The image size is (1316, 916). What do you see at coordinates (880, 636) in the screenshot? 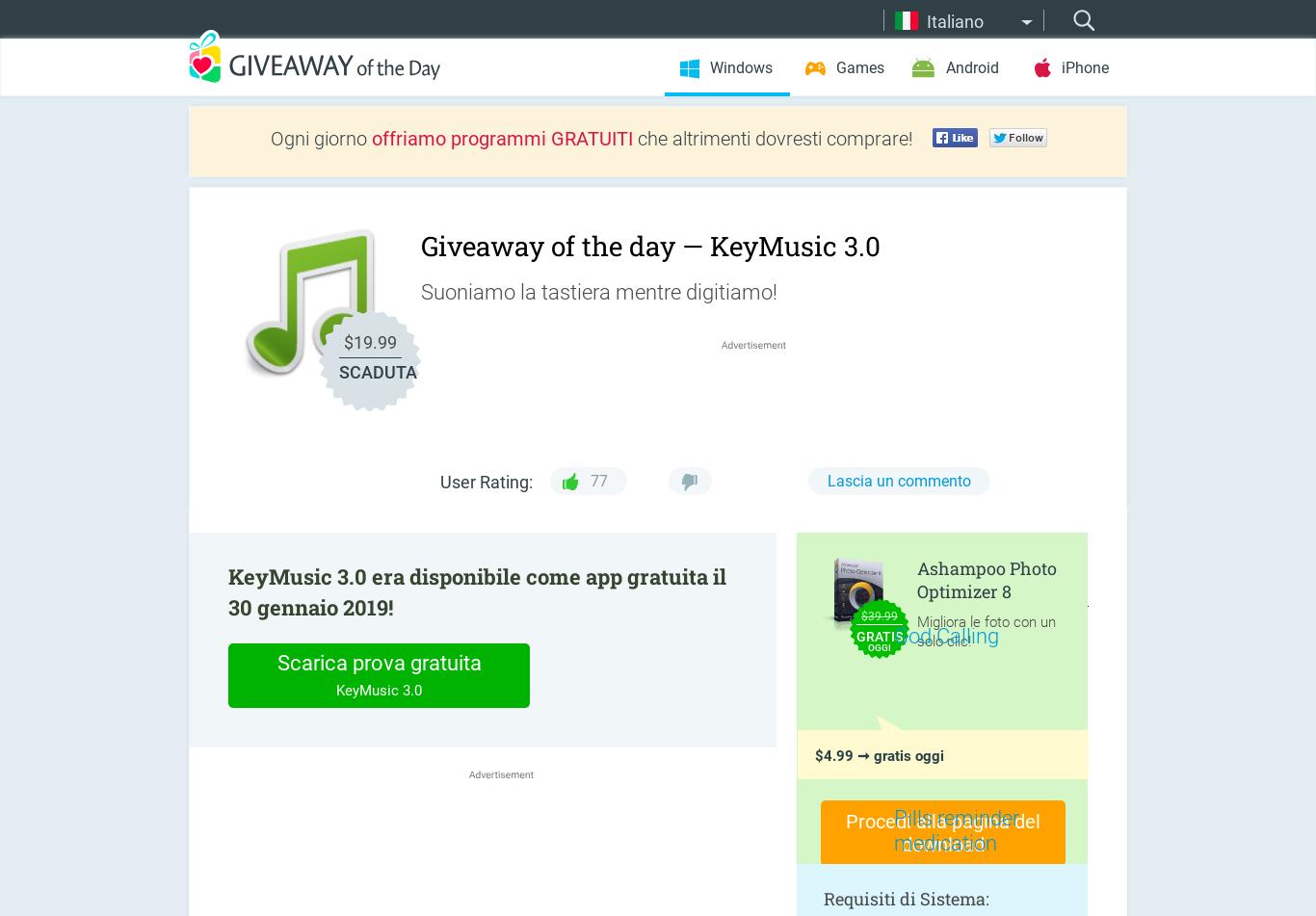
I see `'gratis'` at bounding box center [880, 636].